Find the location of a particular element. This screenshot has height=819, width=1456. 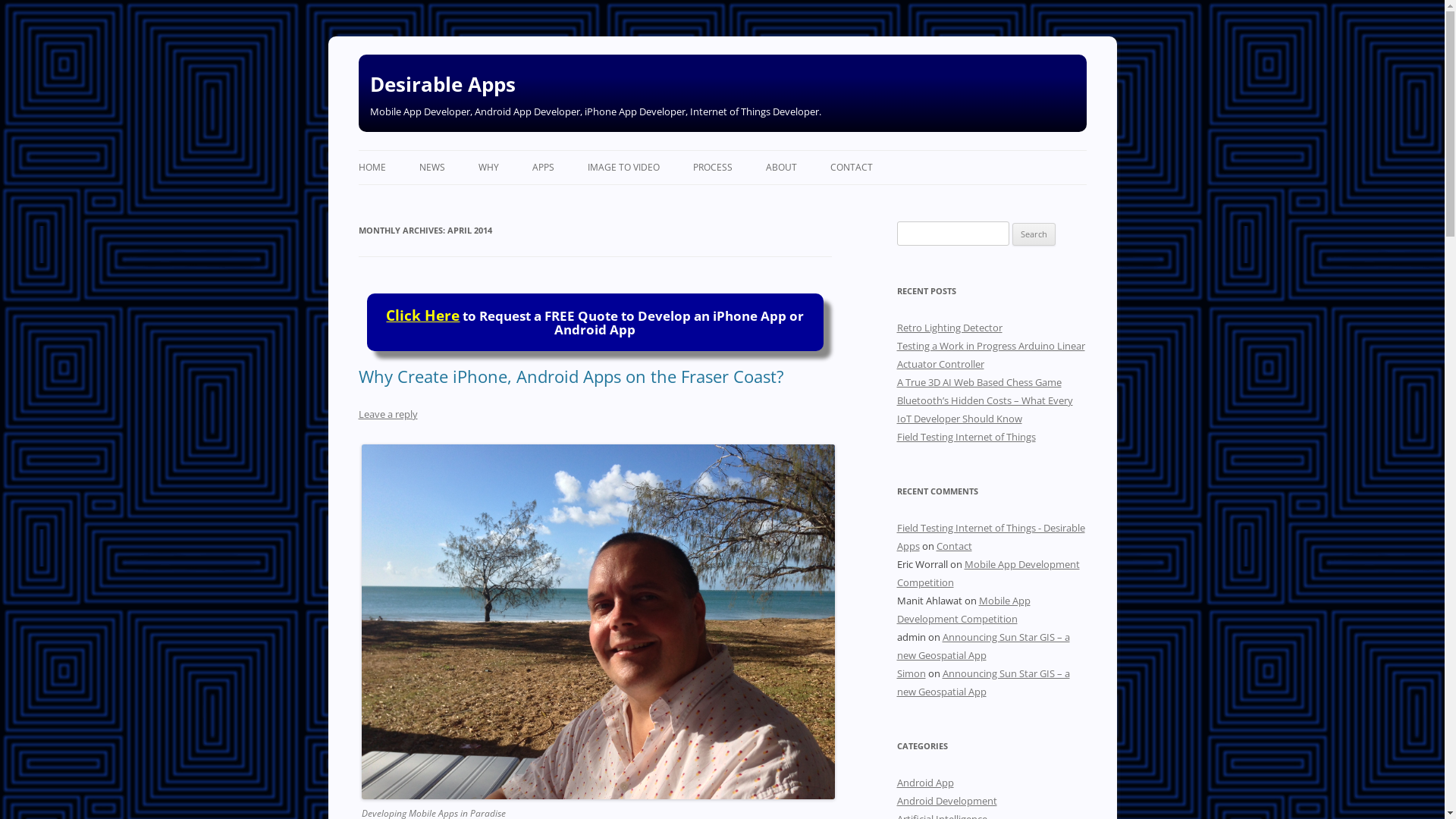

'HOME' is located at coordinates (371, 167).